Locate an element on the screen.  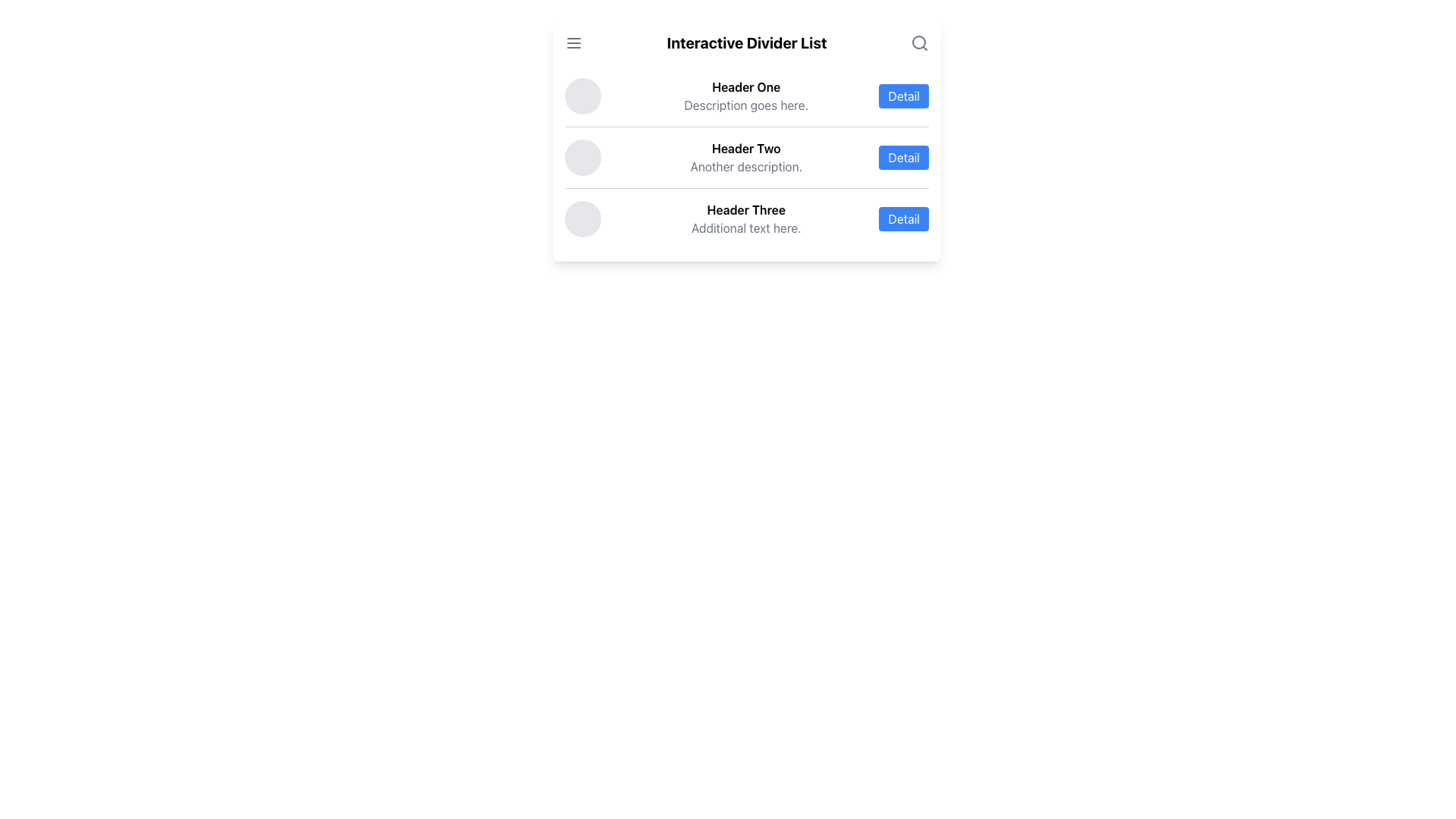
the rightmost button on the third row, which is aligned with 'Header Three' is located at coordinates (904, 219).